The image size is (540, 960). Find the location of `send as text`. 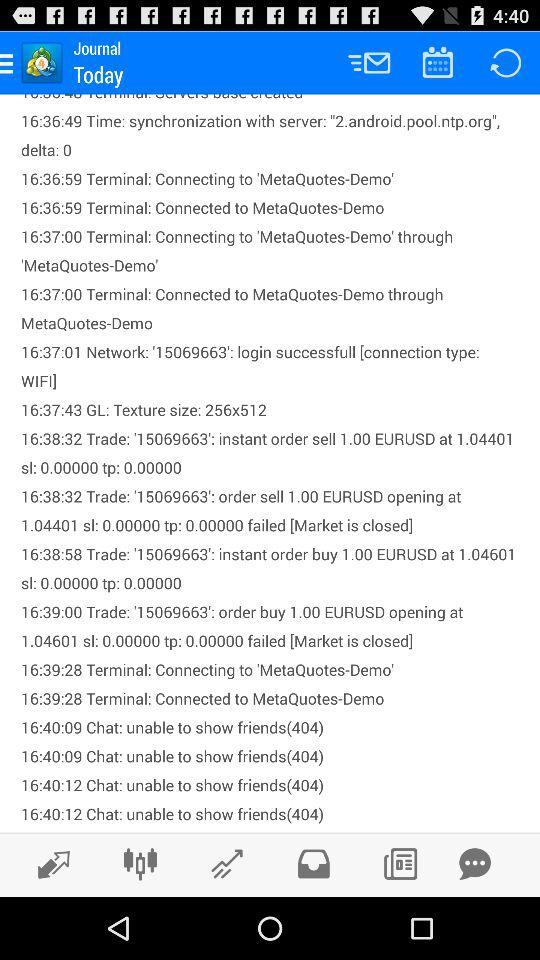

send as text is located at coordinates (474, 863).